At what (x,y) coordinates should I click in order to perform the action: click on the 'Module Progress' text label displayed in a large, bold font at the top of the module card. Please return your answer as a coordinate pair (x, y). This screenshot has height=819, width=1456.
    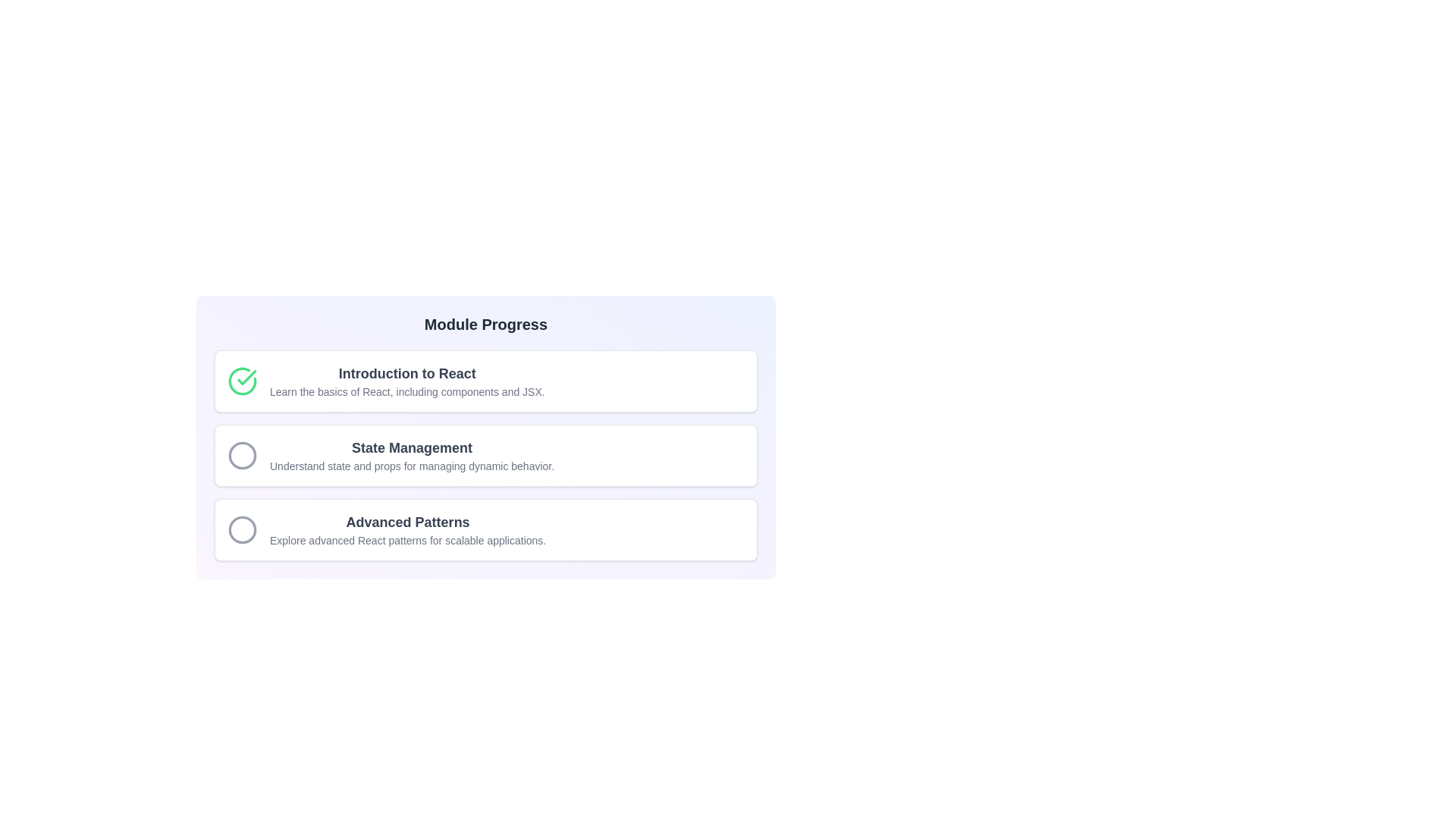
    Looking at the image, I should click on (486, 324).